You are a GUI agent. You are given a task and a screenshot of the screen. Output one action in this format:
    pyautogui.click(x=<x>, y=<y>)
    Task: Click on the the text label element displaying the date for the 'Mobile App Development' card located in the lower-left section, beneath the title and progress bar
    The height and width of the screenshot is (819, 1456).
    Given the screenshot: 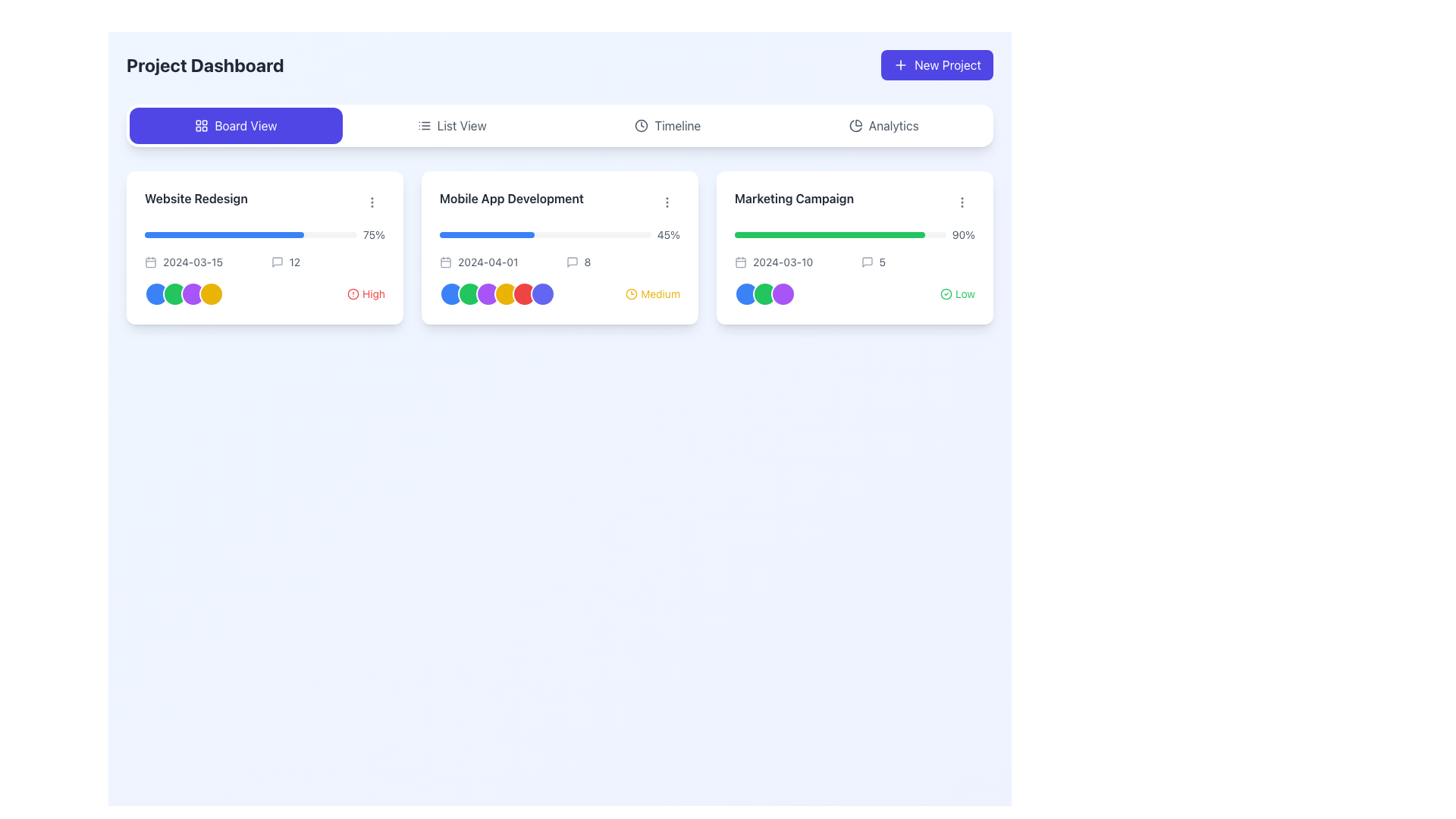 What is the action you would take?
    pyautogui.click(x=497, y=262)
    